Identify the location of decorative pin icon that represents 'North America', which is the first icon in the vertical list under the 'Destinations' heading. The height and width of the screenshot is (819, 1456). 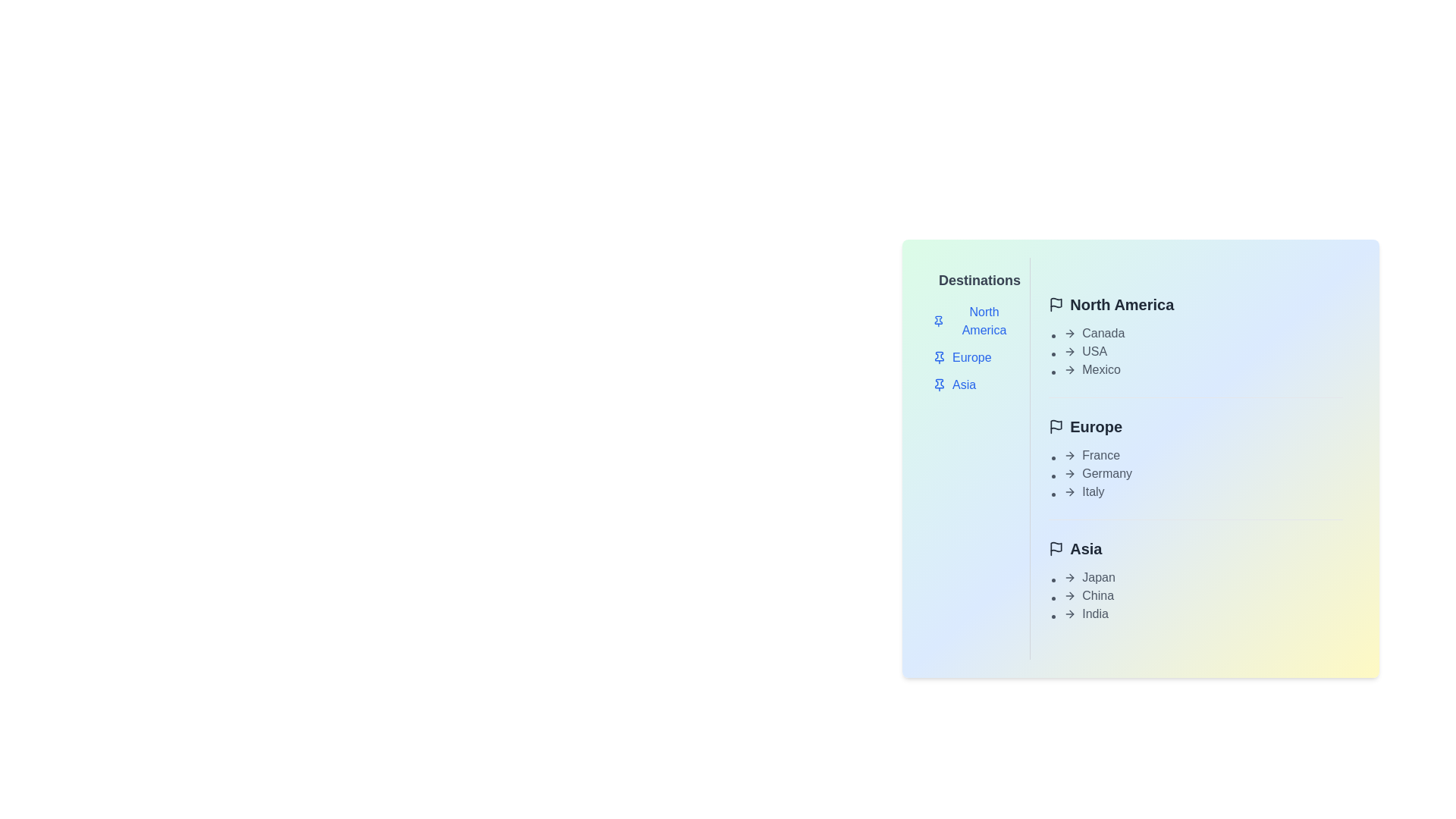
(937, 319).